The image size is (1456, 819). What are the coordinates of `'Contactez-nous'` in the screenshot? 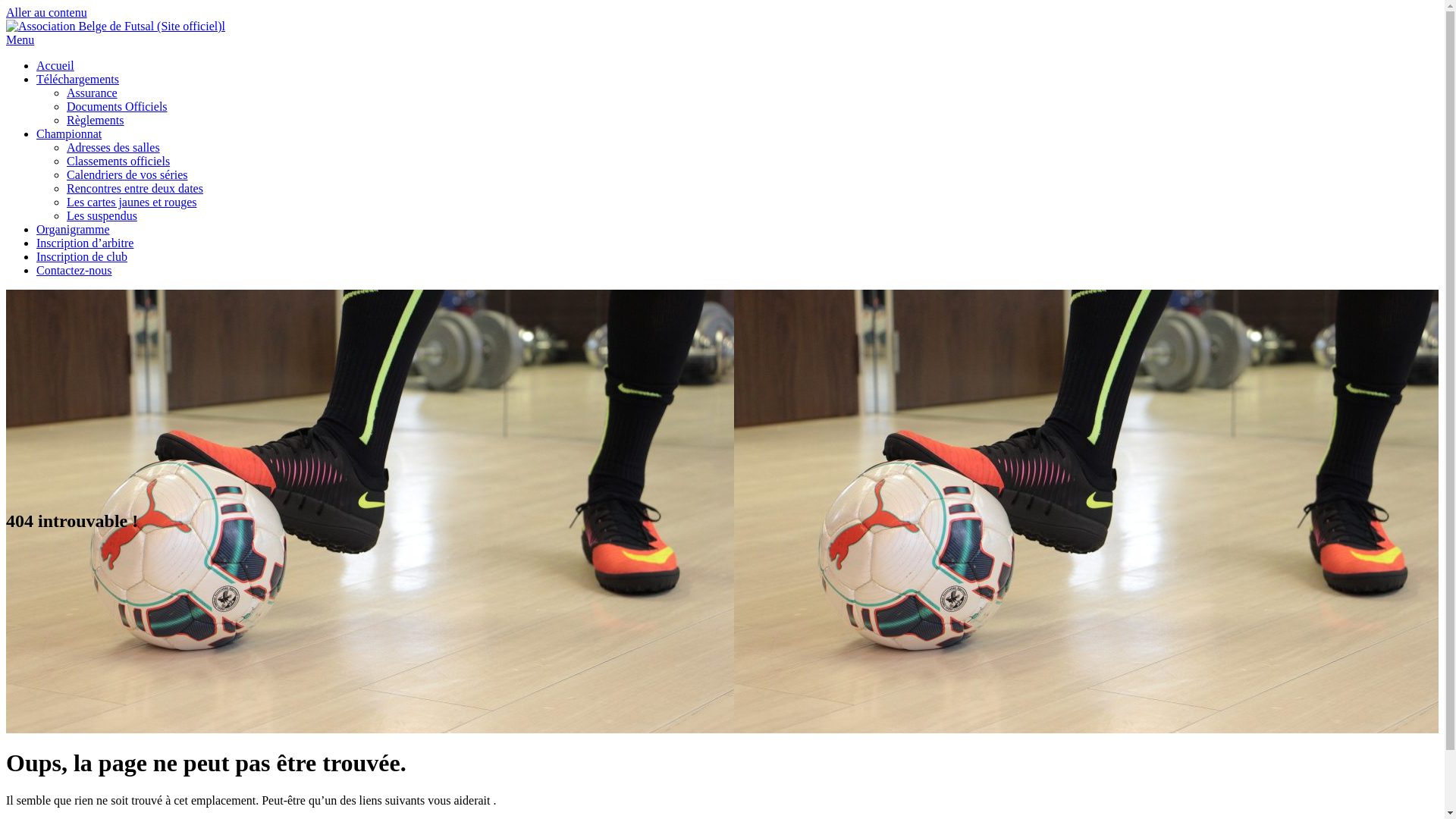 It's located at (36, 269).